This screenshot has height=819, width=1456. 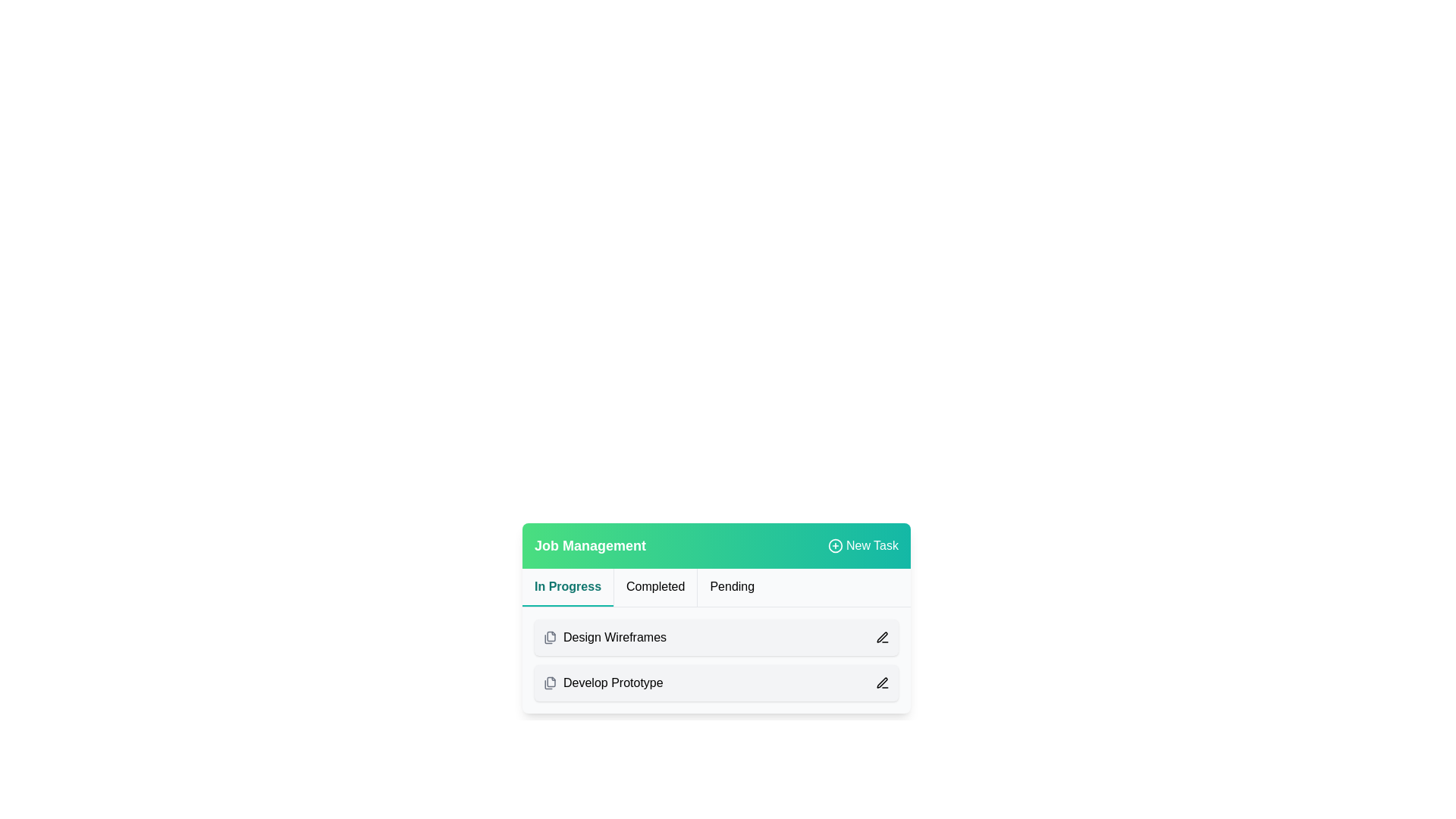 What do you see at coordinates (834, 546) in the screenshot?
I see `the small SVG plus icon located to the right of the 'New Task' text in the 'Job Management' section header` at bounding box center [834, 546].